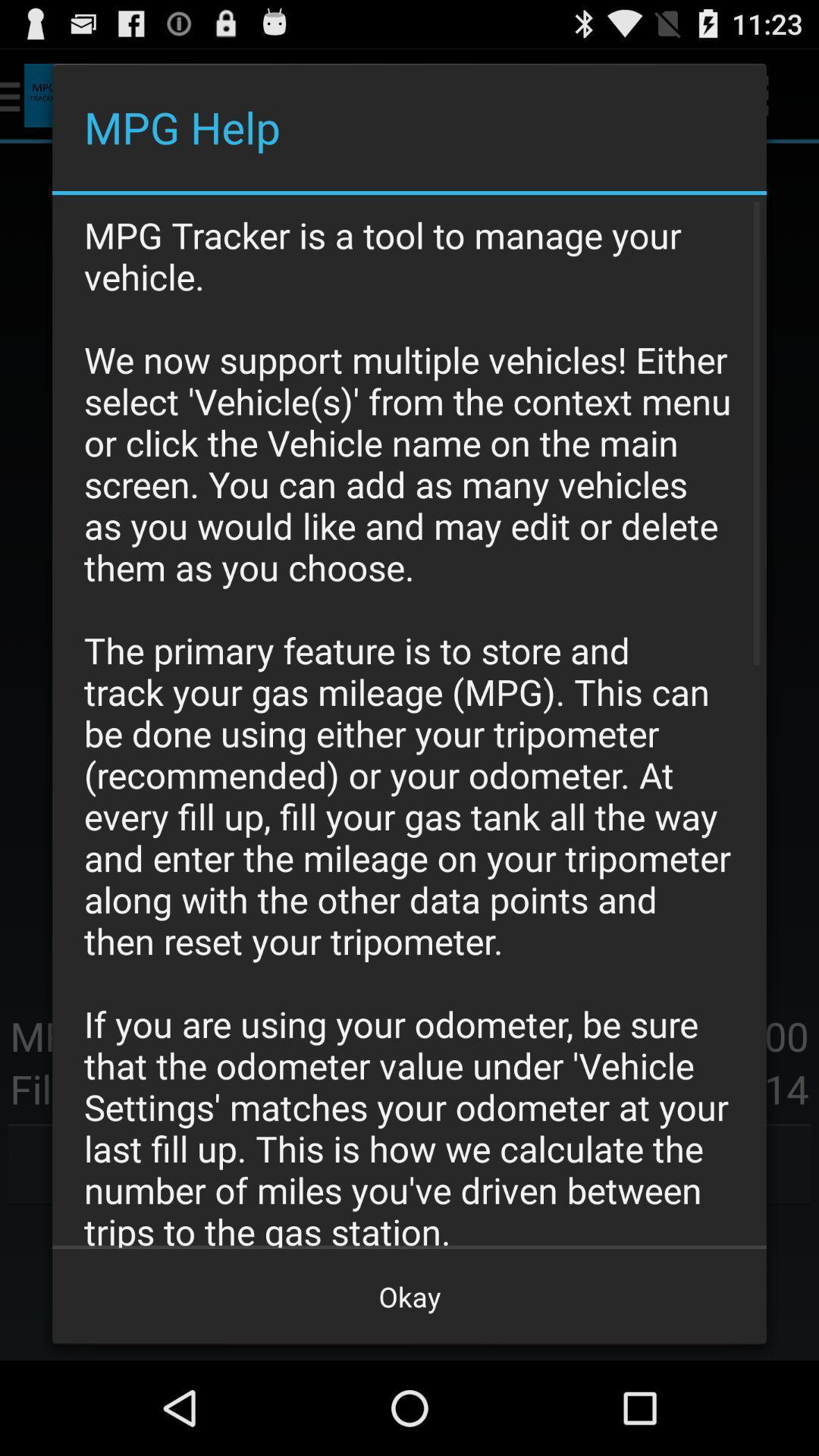 The width and height of the screenshot is (819, 1456). I want to click on the item below the mpg tracker is app, so click(409, 1295).